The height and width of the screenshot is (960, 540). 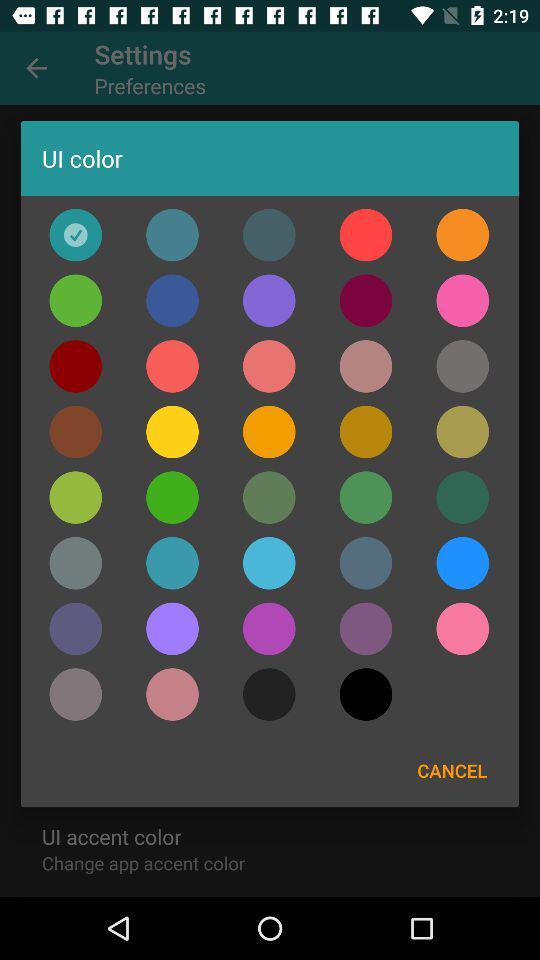 What do you see at coordinates (74, 365) in the screenshot?
I see `color` at bounding box center [74, 365].